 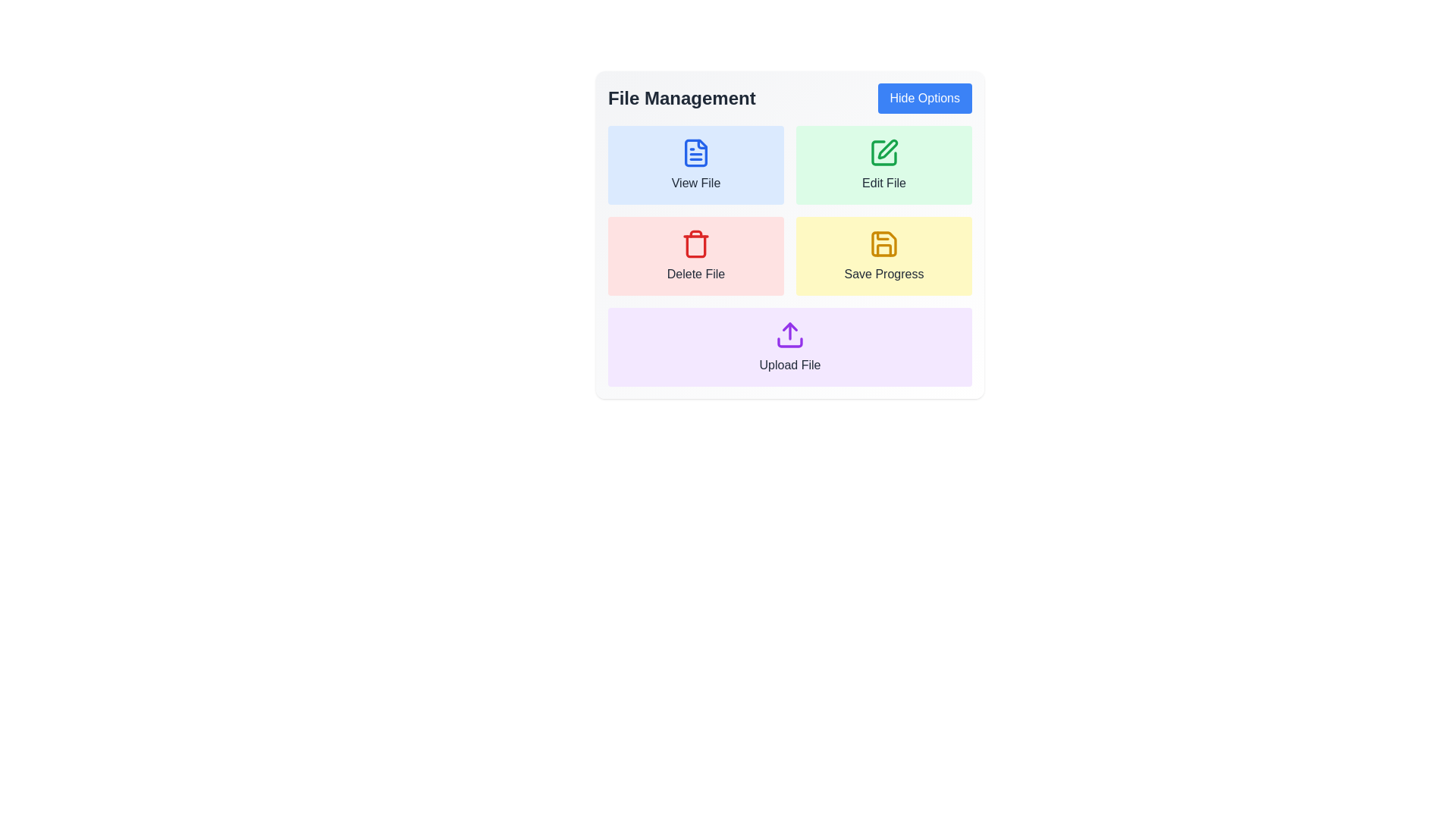 I want to click on the Edit File icon located in the top-right section of the File Management interface to initiate editing a file, so click(x=884, y=152).